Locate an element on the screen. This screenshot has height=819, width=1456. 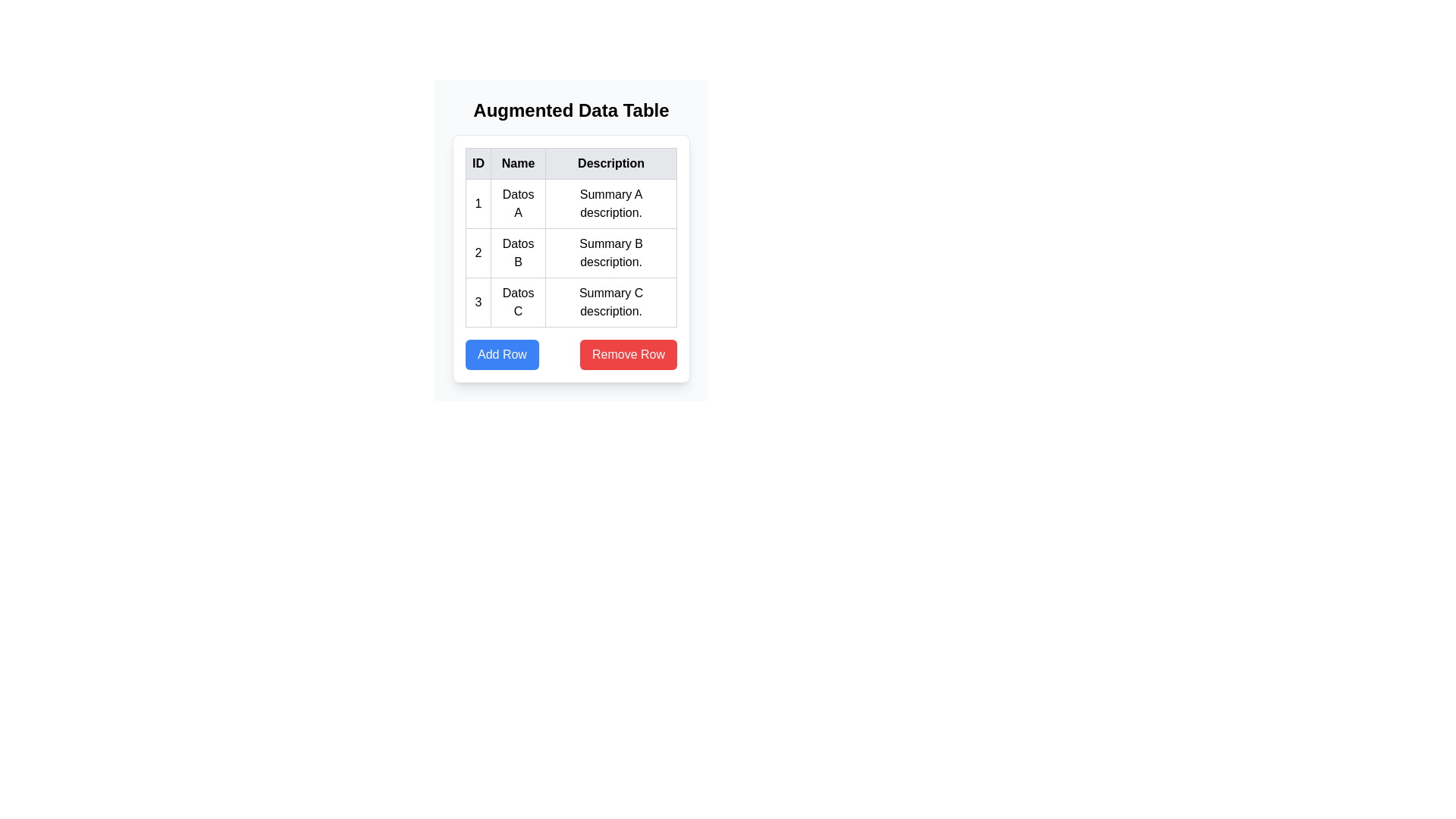
the 'Add Row' button is located at coordinates (502, 354).